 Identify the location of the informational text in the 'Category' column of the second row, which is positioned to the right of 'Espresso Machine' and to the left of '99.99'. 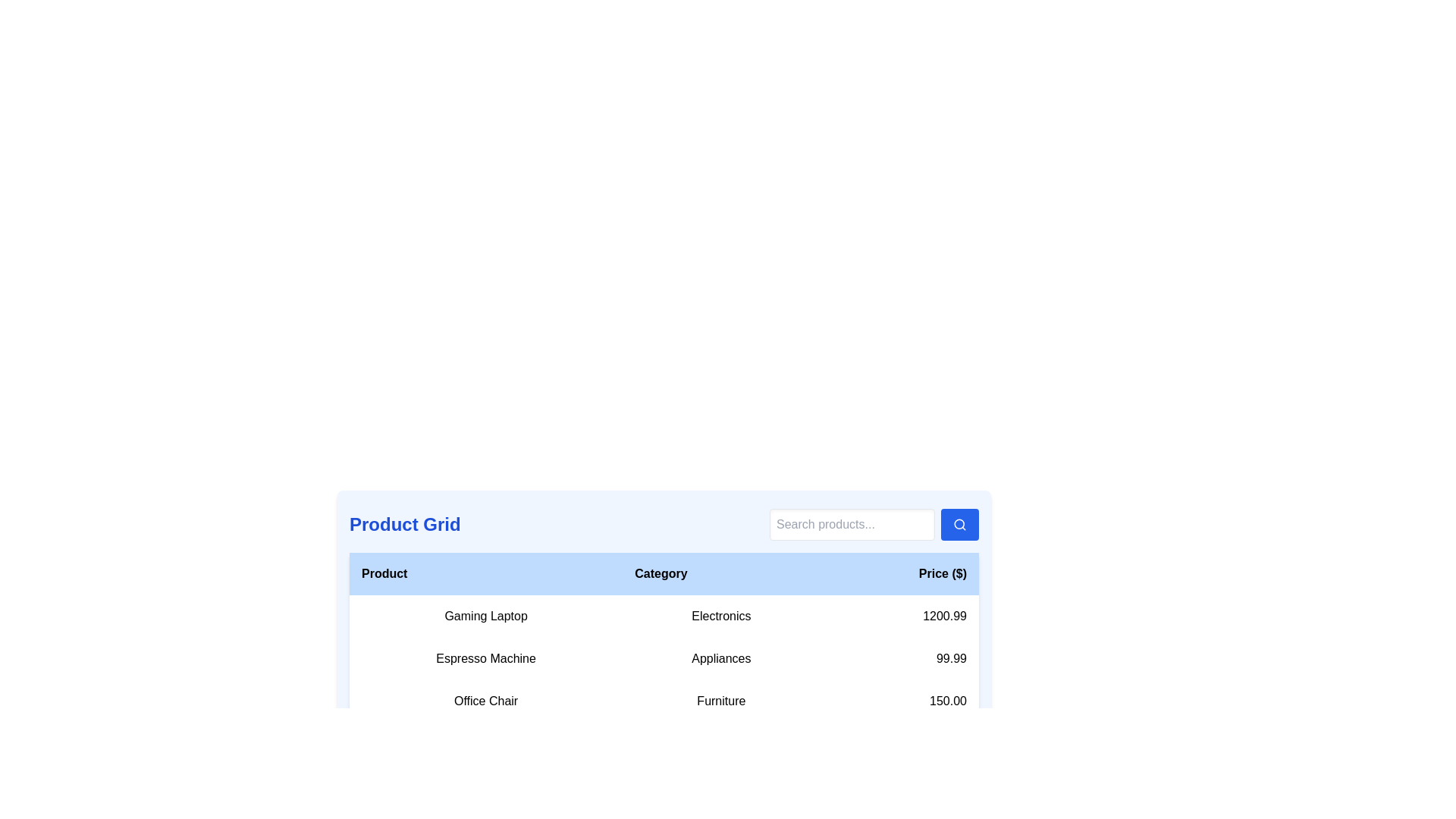
(720, 657).